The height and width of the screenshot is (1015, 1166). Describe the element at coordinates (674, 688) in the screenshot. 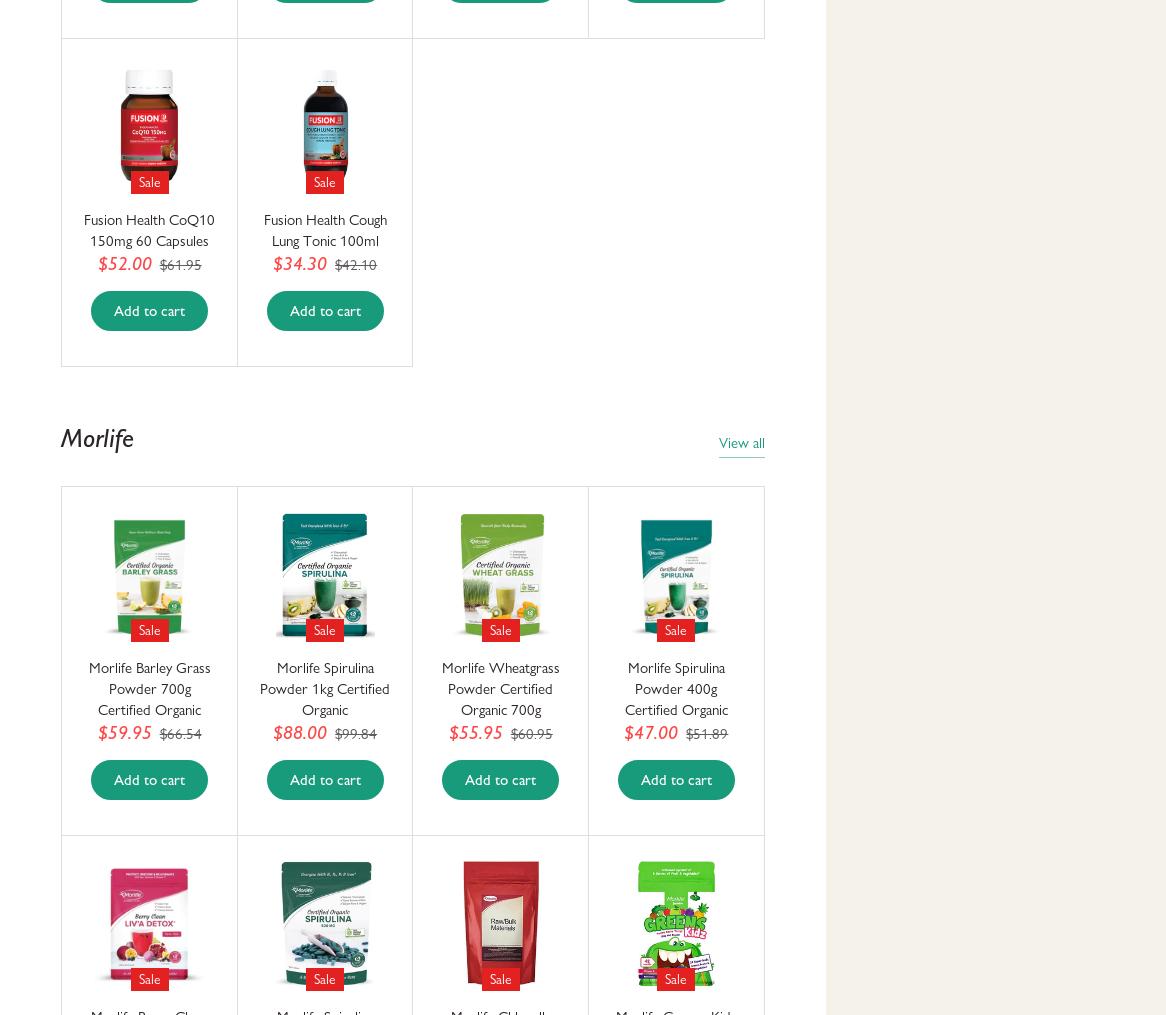

I see `'Morlife Spirulina Powder 400g Certified Organic'` at that location.